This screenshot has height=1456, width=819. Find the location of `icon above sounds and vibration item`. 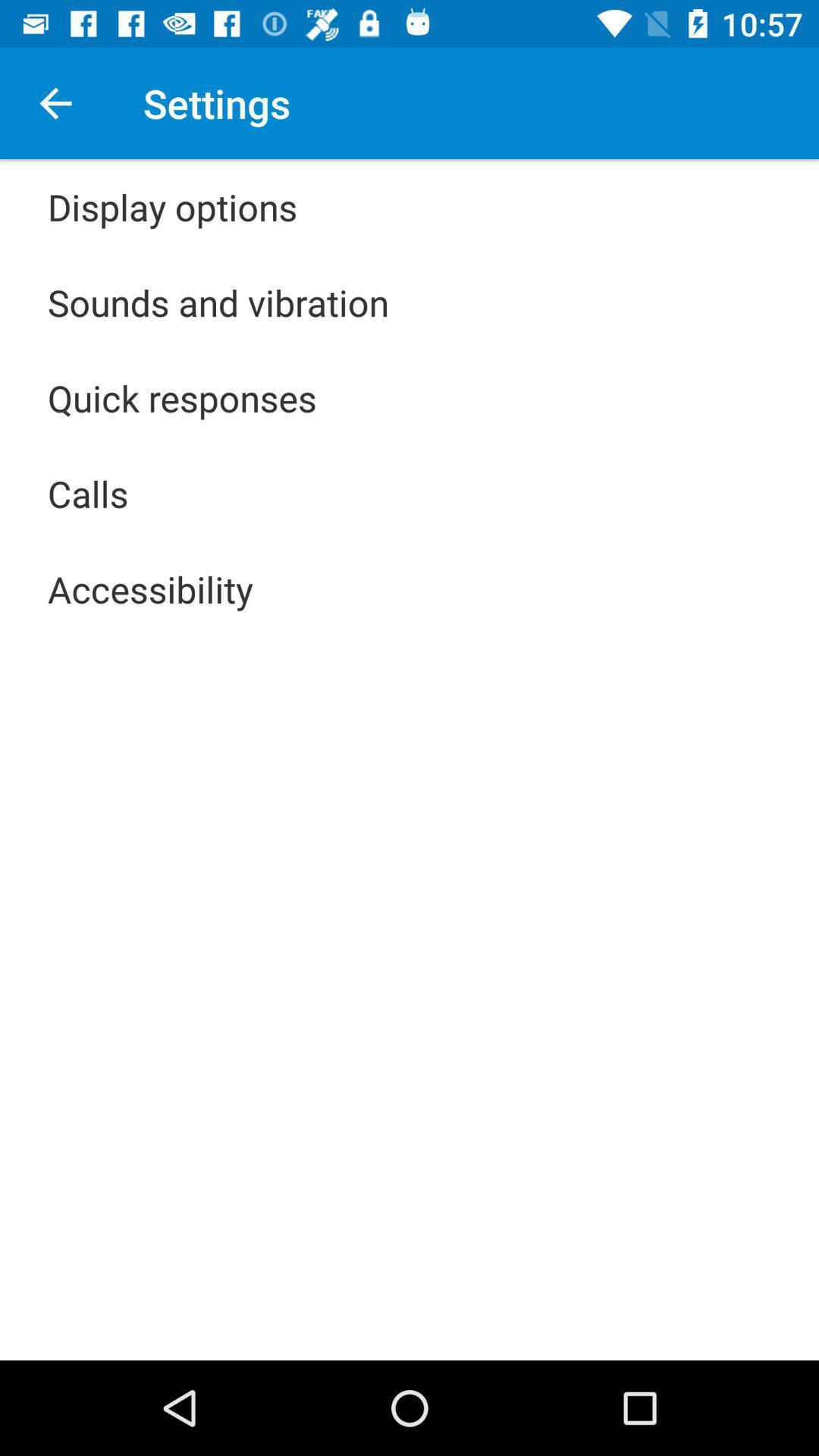

icon above sounds and vibration item is located at coordinates (171, 206).